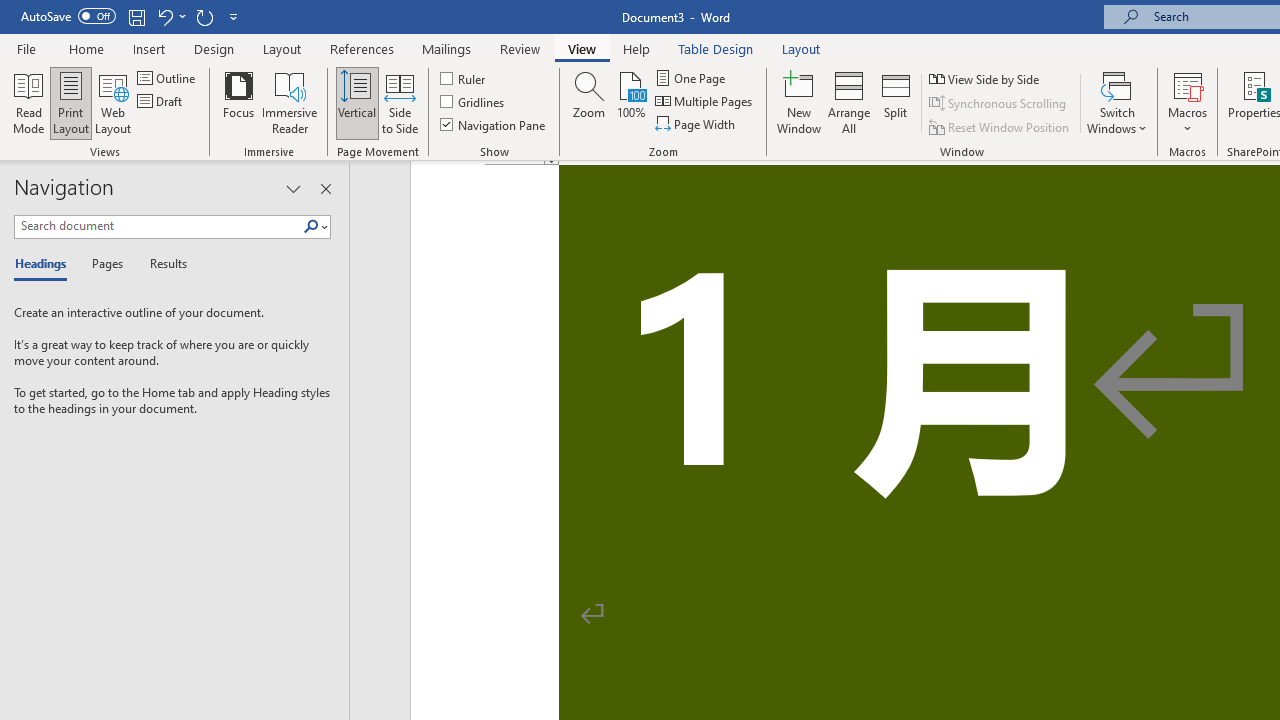 The width and height of the screenshot is (1280, 720). What do you see at coordinates (463, 77) in the screenshot?
I see `'Ruler'` at bounding box center [463, 77].